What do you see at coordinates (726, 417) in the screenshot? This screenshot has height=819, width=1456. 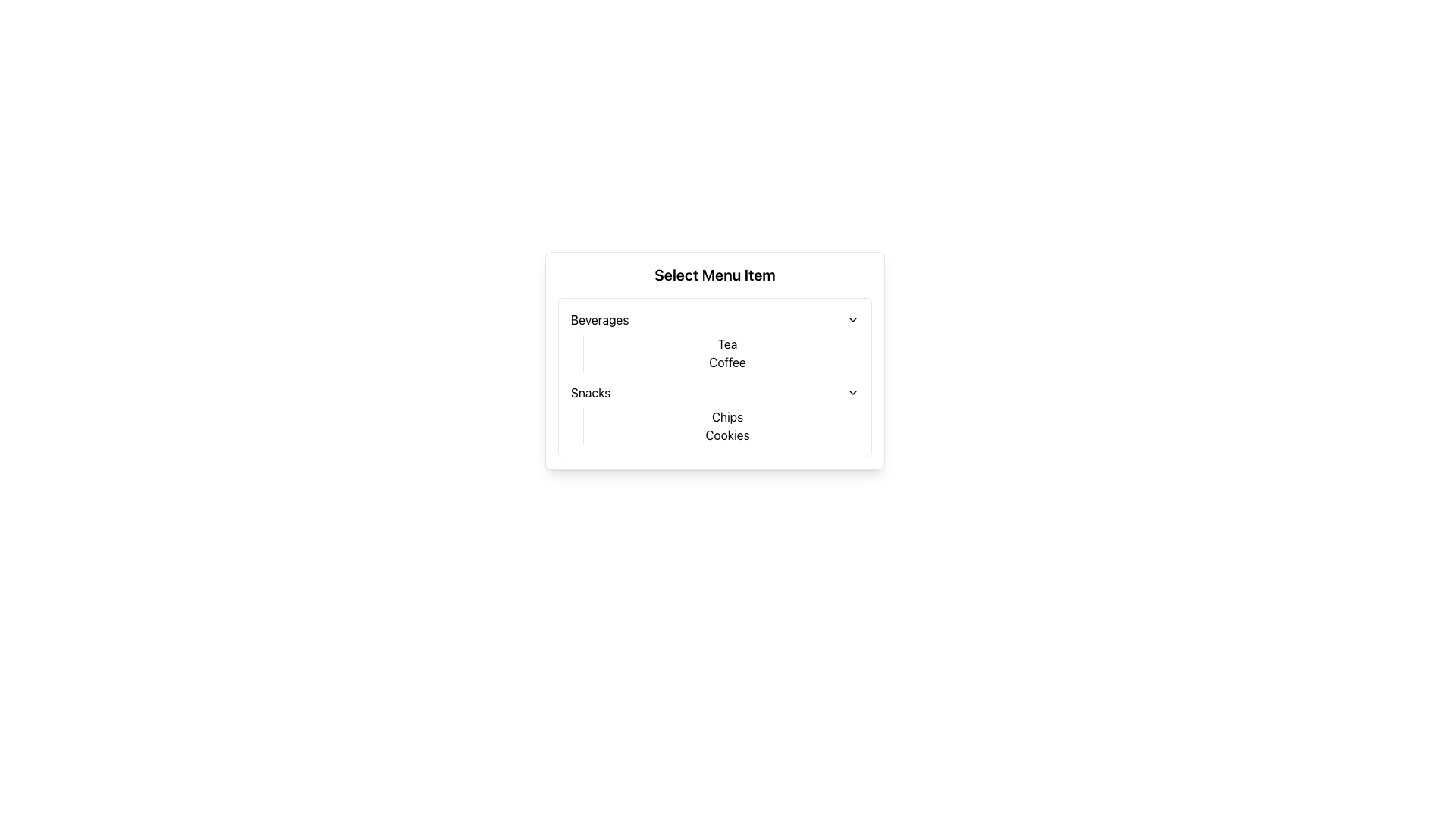 I see `the text label displaying the word 'Chips'` at bounding box center [726, 417].